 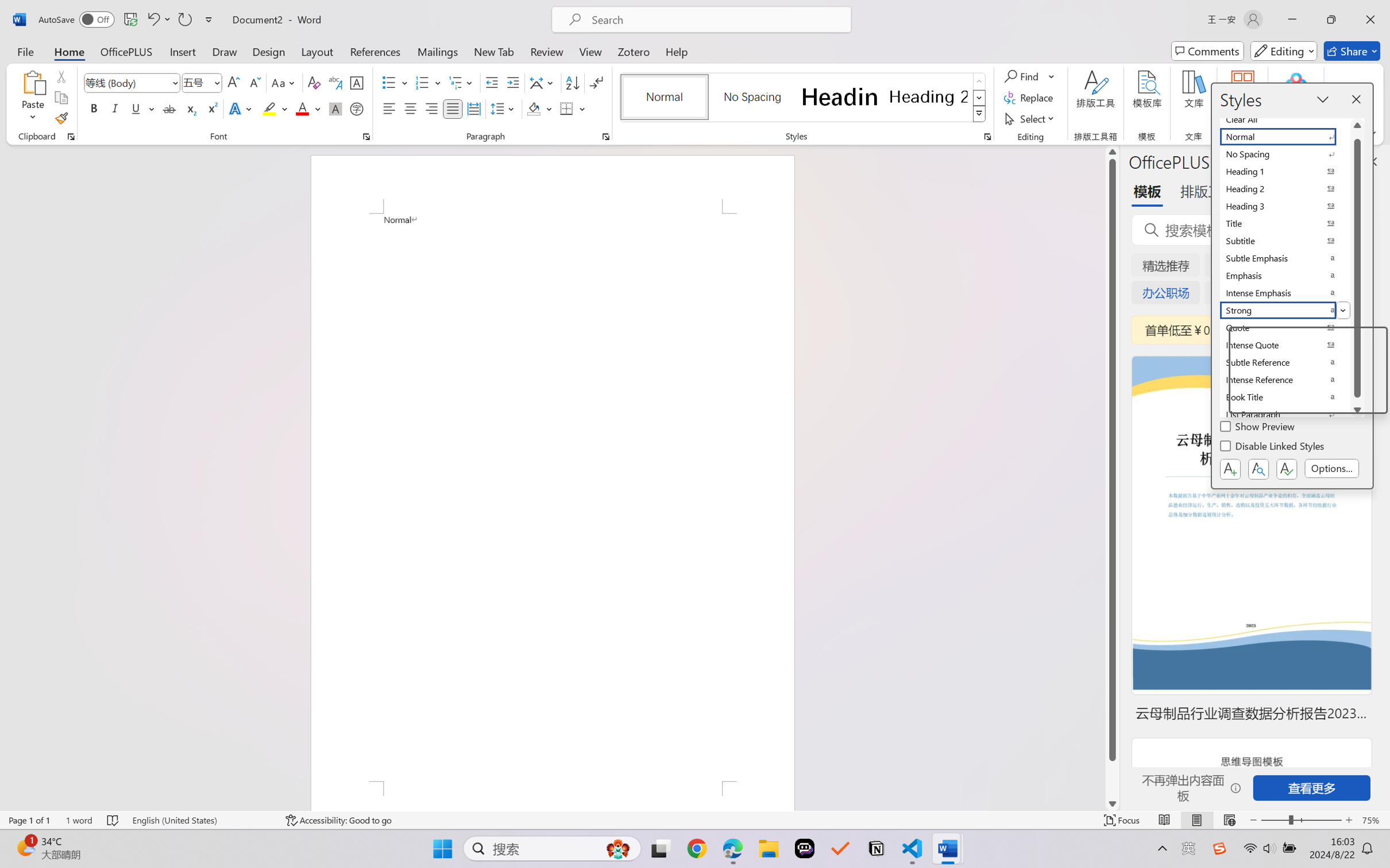 I want to click on 'Help', so click(x=676, y=51).